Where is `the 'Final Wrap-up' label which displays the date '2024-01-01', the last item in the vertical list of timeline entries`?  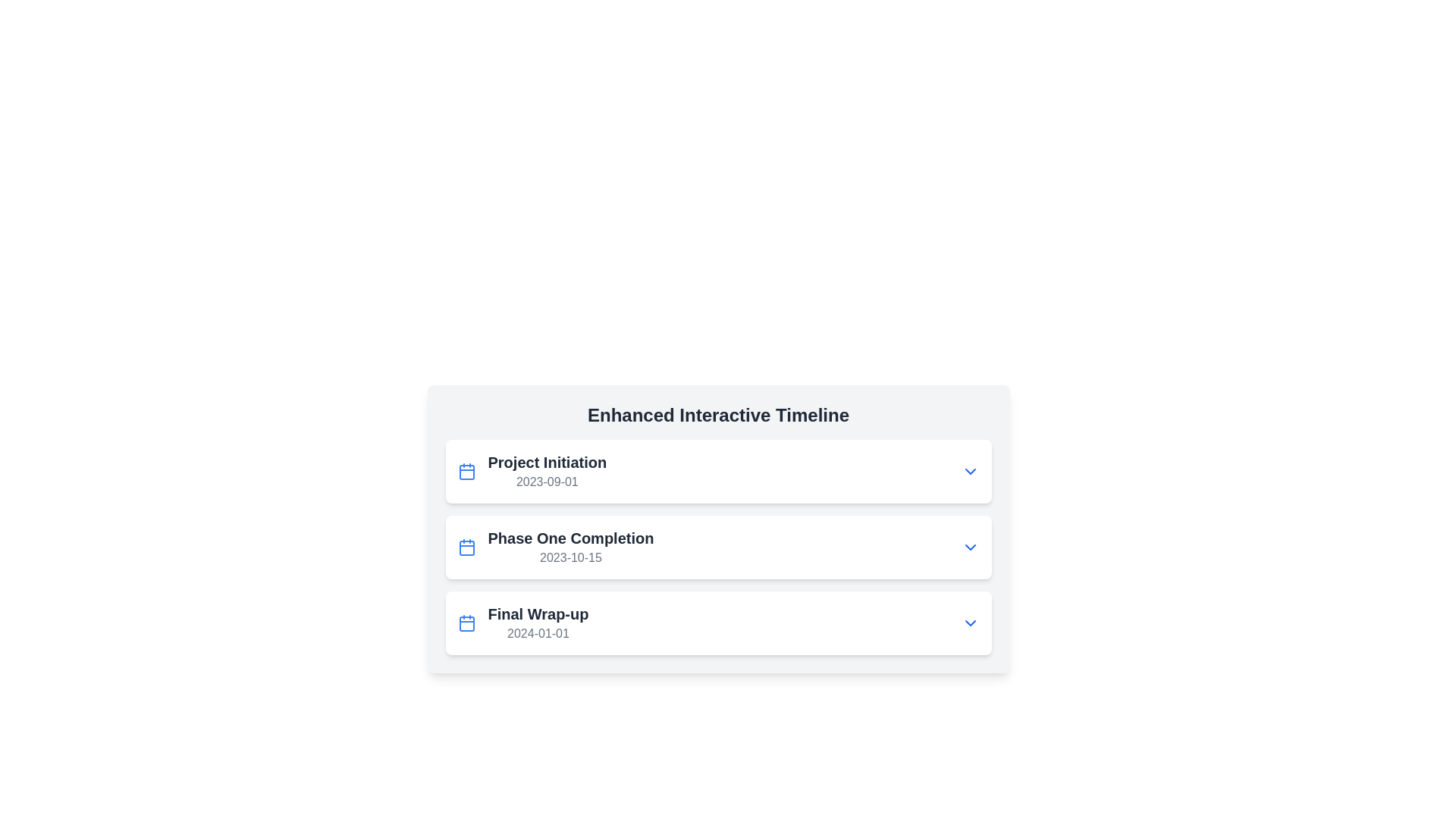
the 'Final Wrap-up' label which displays the date '2024-01-01', the last item in the vertical list of timeline entries is located at coordinates (538, 623).